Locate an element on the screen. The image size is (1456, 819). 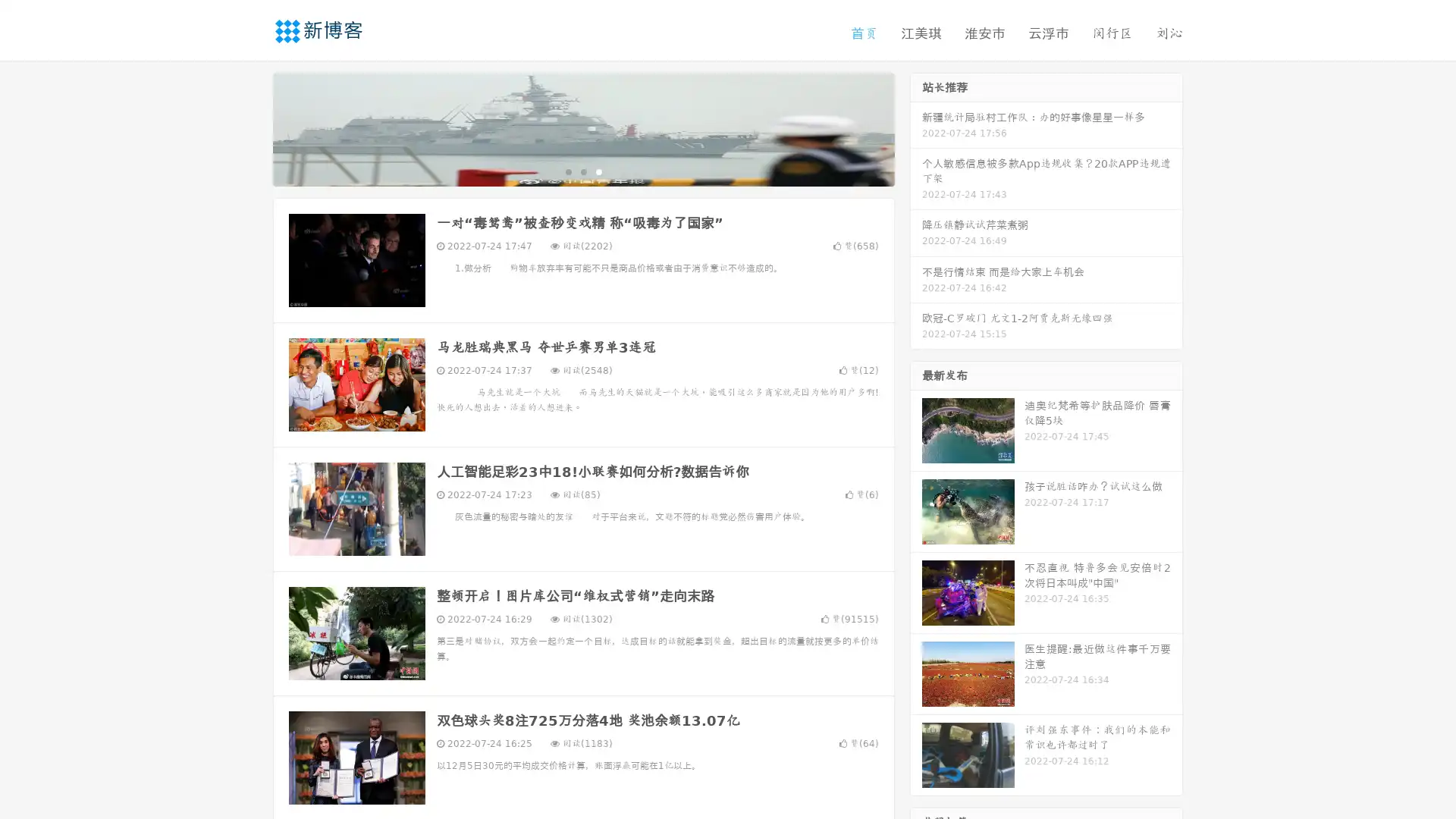
Go to slide 2 is located at coordinates (582, 171).